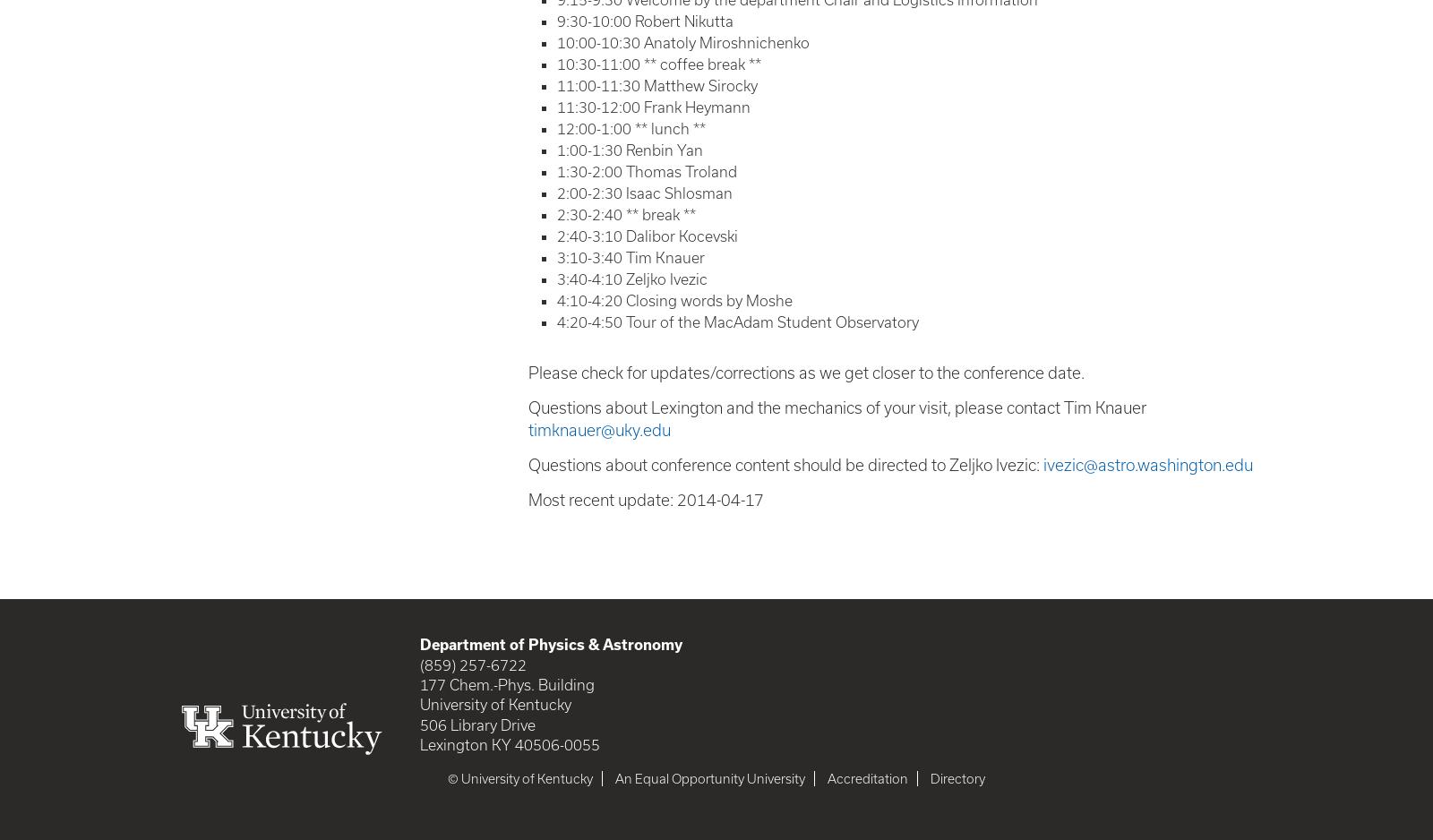 The height and width of the screenshot is (840, 1433). I want to click on 'Most recent update: 2014-04-17', so click(646, 500).